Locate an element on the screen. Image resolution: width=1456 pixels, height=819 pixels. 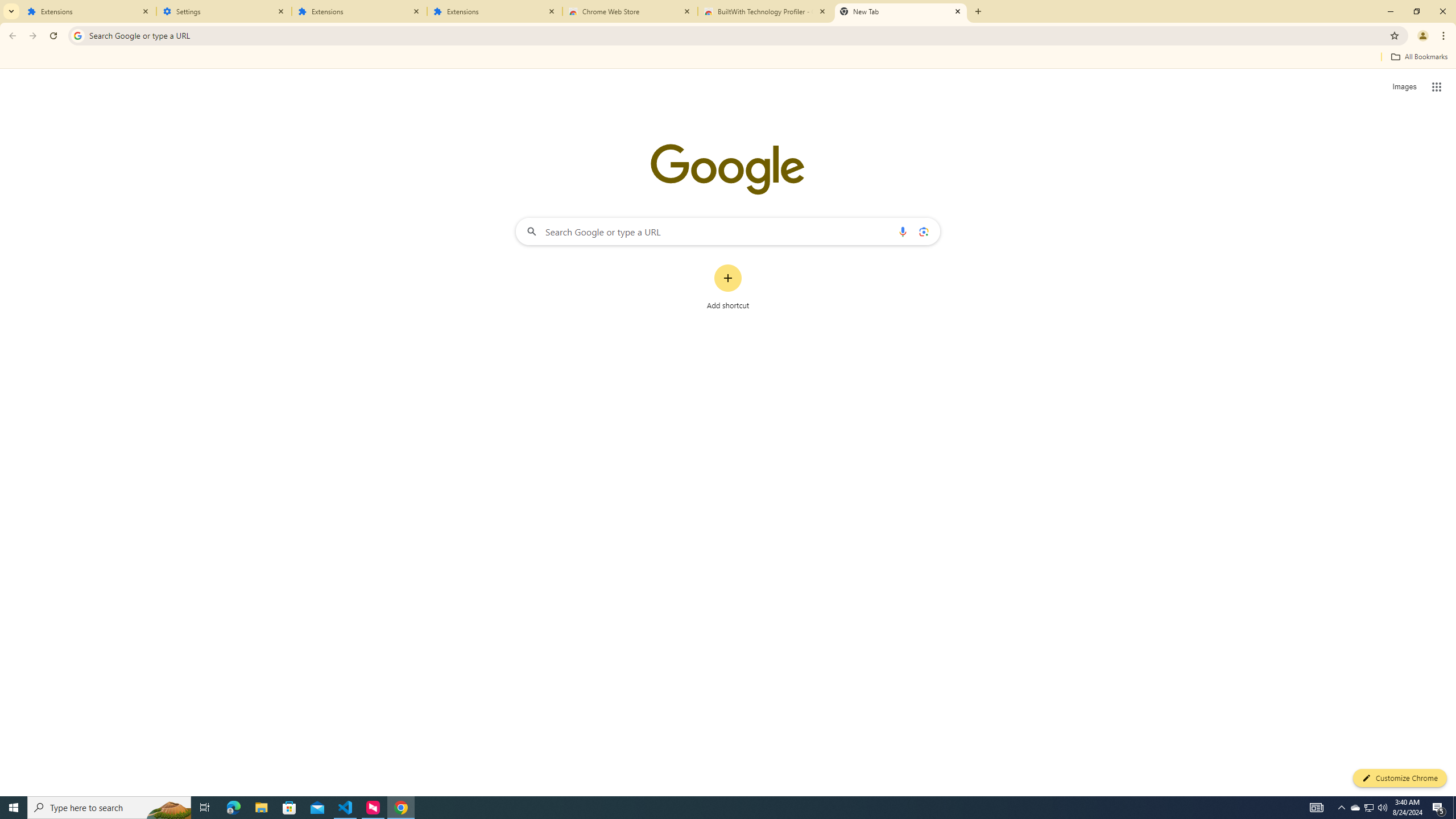
'Forward' is located at coordinates (32, 35).